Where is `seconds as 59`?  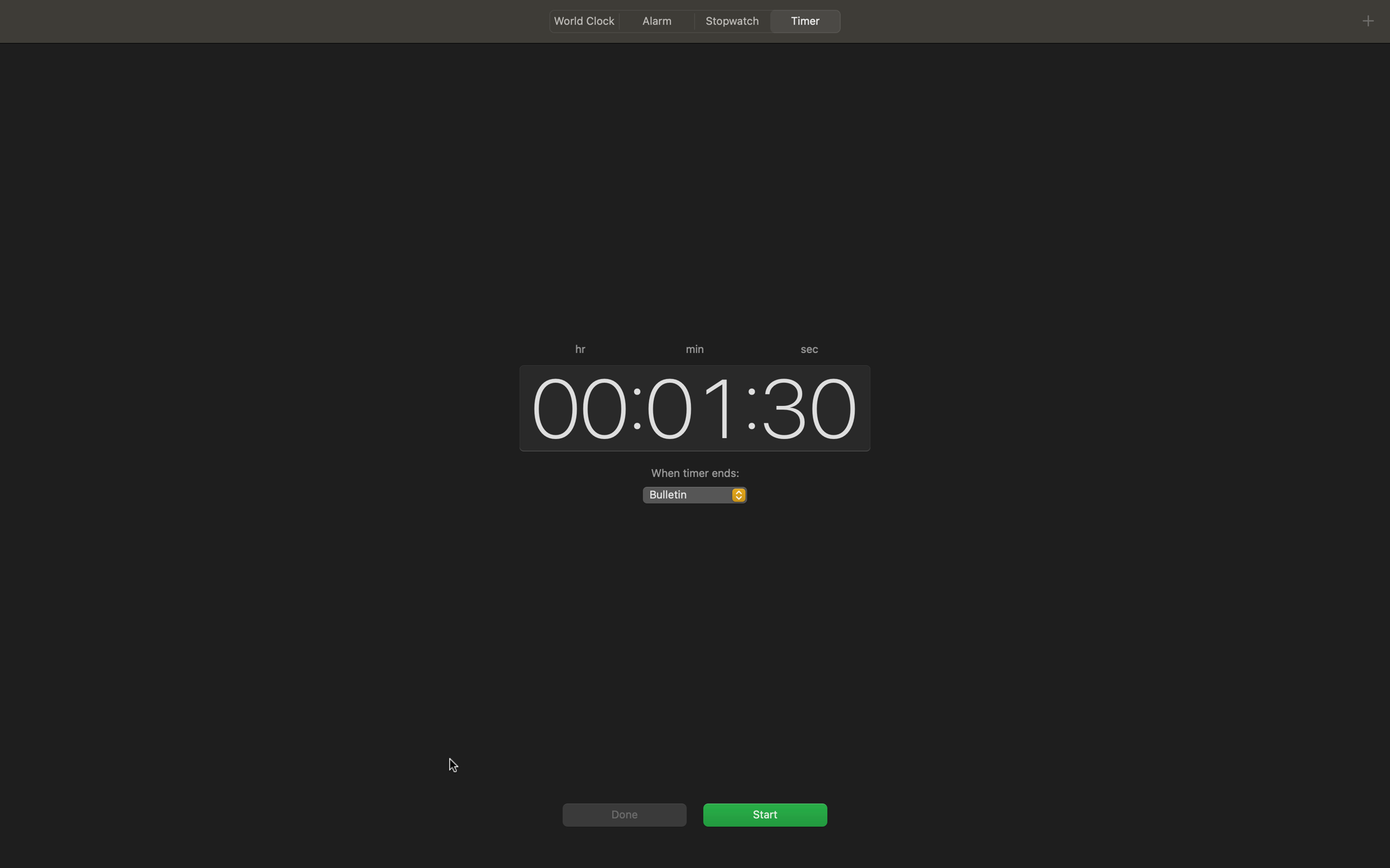
seconds as 59 is located at coordinates (810, 405).